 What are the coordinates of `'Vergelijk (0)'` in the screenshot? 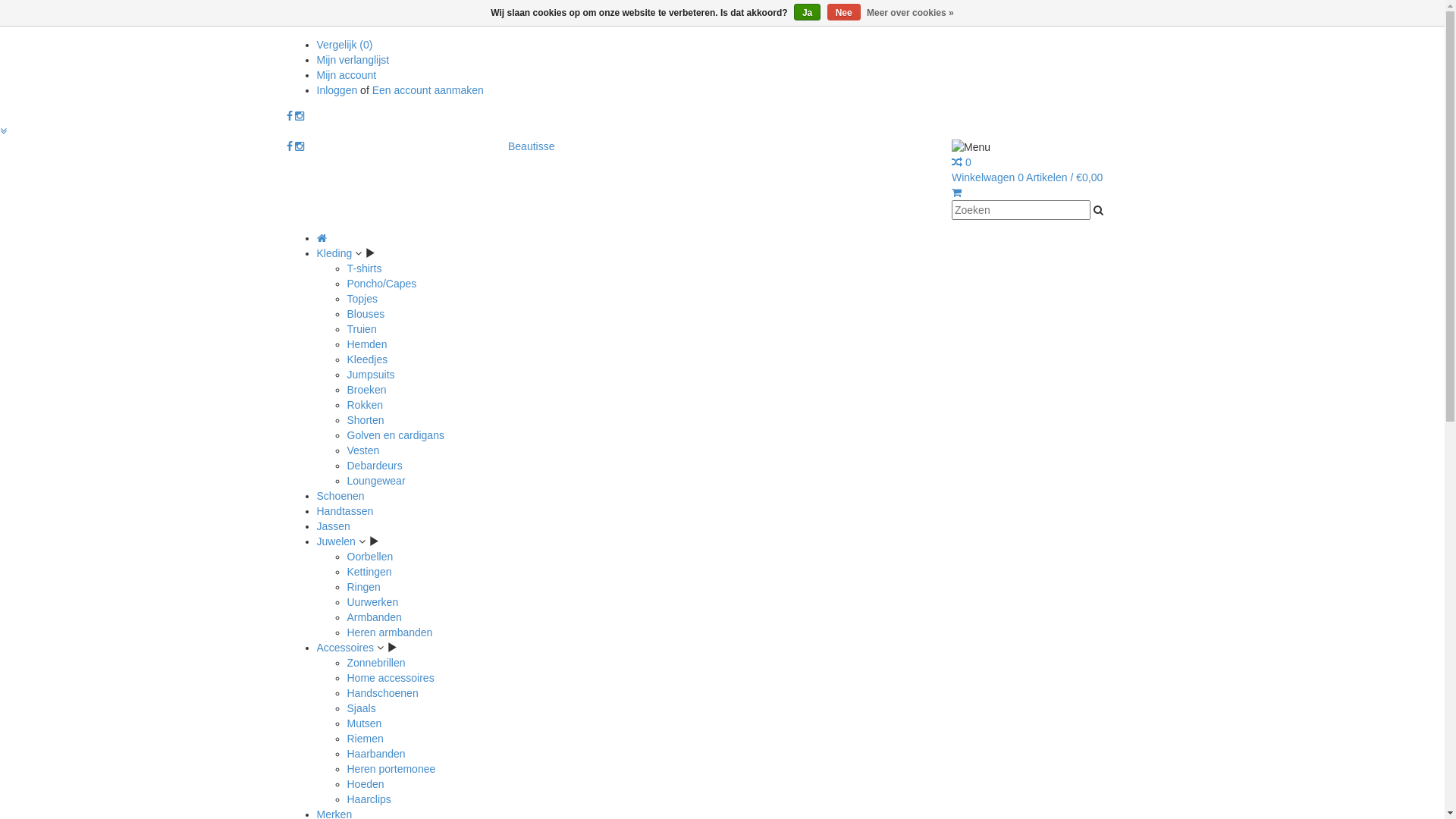 It's located at (344, 43).